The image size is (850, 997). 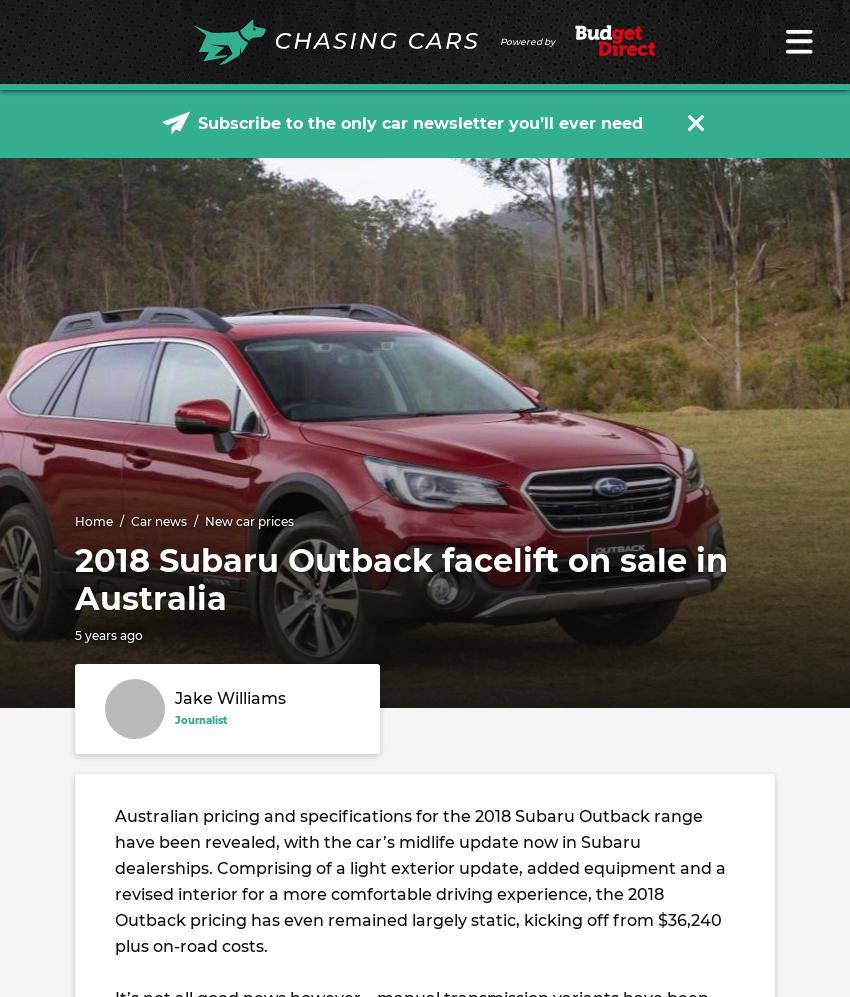 What do you see at coordinates (159, 519) in the screenshot?
I see `'Car news'` at bounding box center [159, 519].